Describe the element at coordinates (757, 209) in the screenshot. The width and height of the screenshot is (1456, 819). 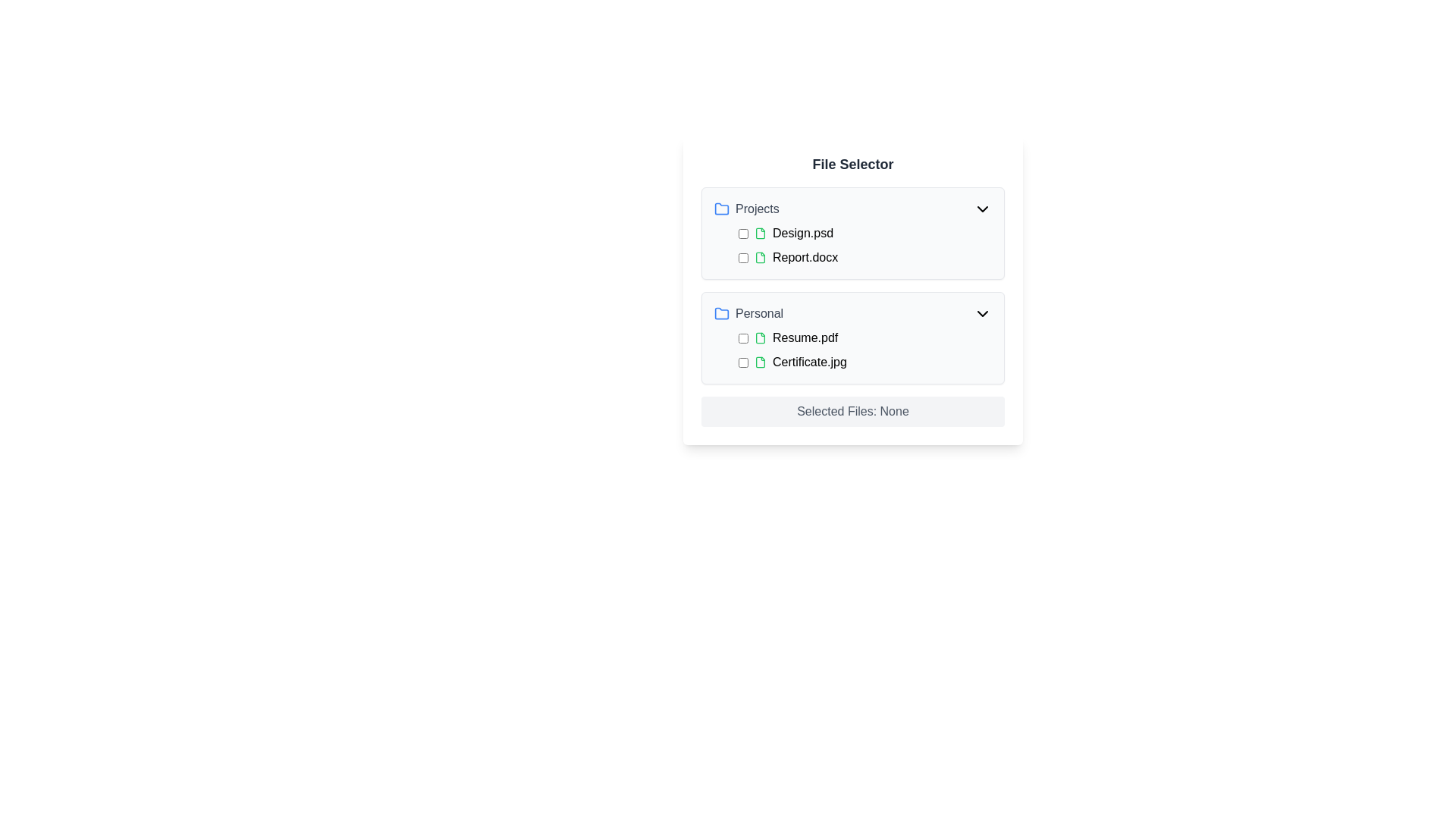
I see `the 'Projects' text label in the upper section of the file selector interface, which serves as the title for a category representing a group of files` at that location.